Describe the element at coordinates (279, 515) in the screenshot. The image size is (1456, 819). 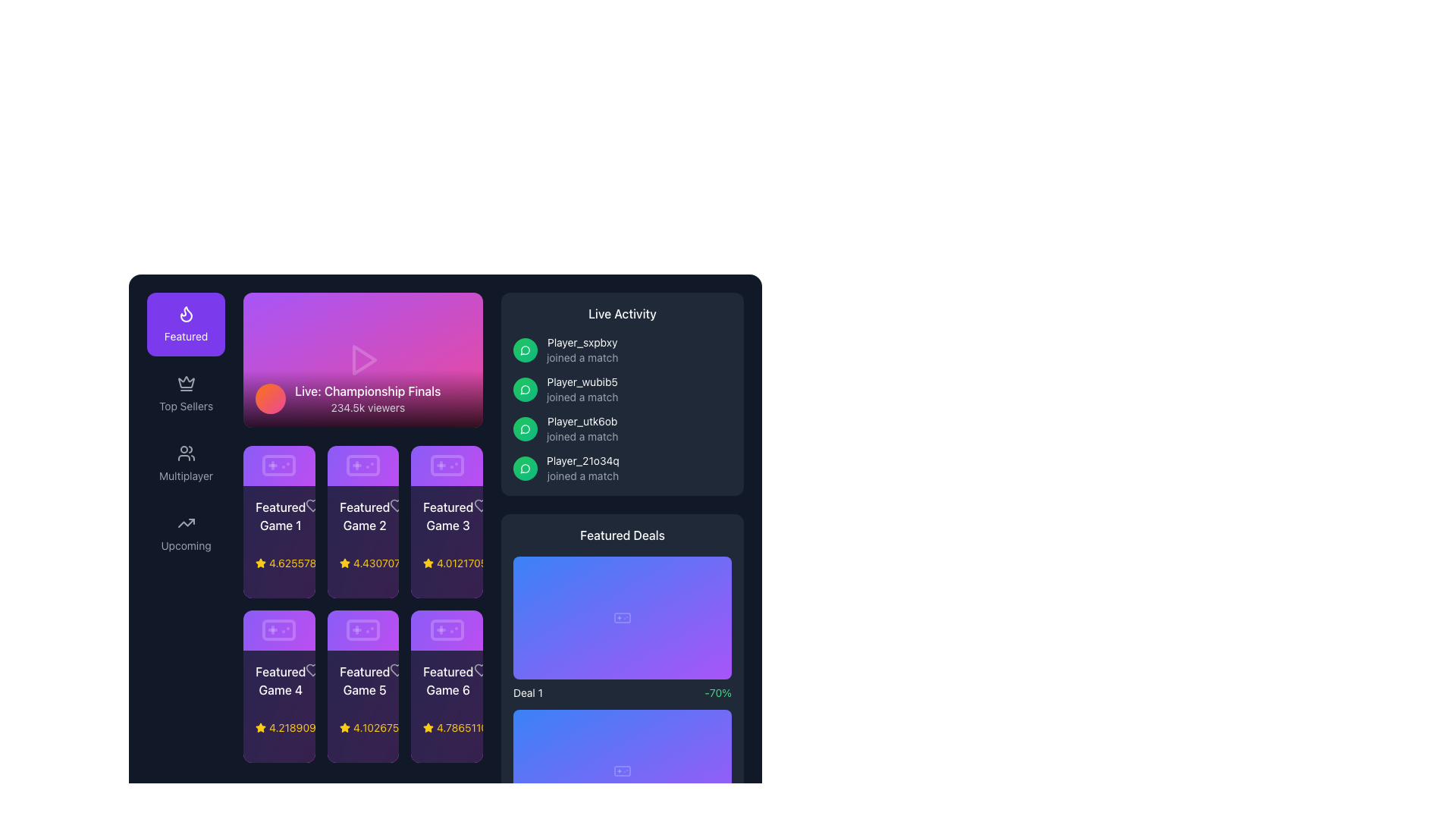
I see `the title label of the featured game item located in the first grid item under the 'Featured Games' section` at that location.